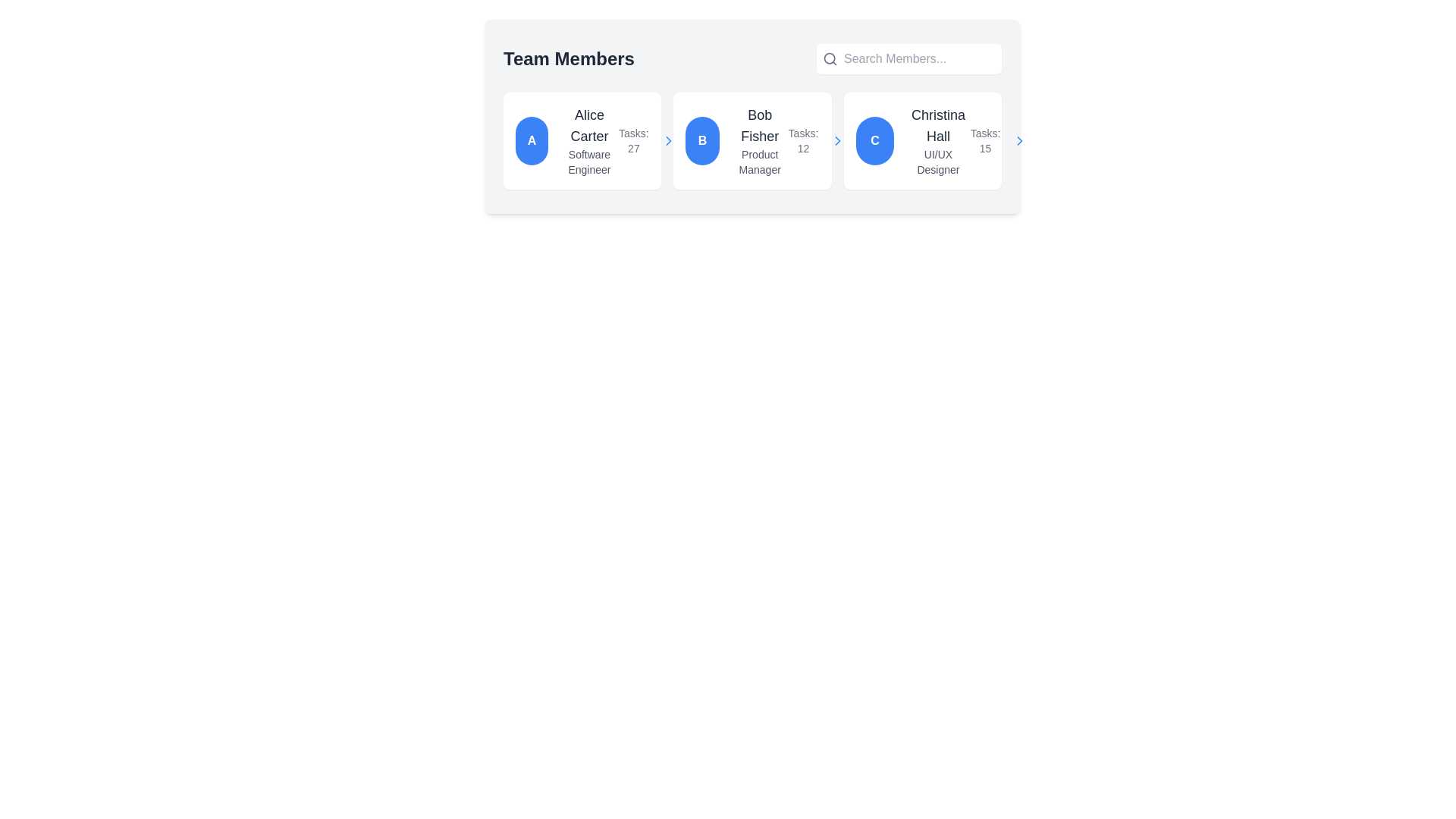  Describe the element at coordinates (633, 140) in the screenshot. I see `the text label displaying the total number of tasks associated with the user Alice Carter, located to the right of the profile icon in the first user card` at that location.